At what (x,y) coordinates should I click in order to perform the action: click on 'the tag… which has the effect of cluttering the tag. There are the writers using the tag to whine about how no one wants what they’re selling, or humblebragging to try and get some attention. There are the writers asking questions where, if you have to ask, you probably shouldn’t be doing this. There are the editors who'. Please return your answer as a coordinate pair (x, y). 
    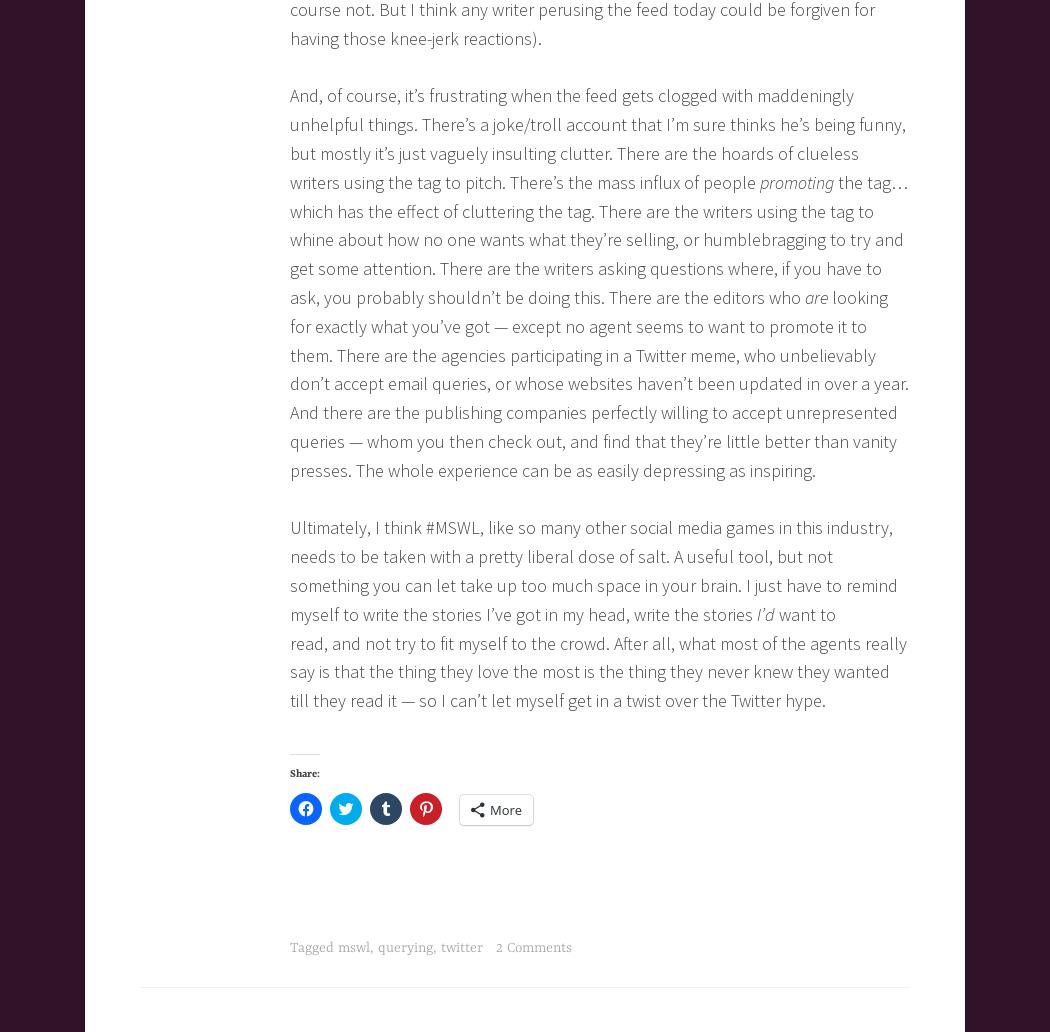
    Looking at the image, I should click on (598, 238).